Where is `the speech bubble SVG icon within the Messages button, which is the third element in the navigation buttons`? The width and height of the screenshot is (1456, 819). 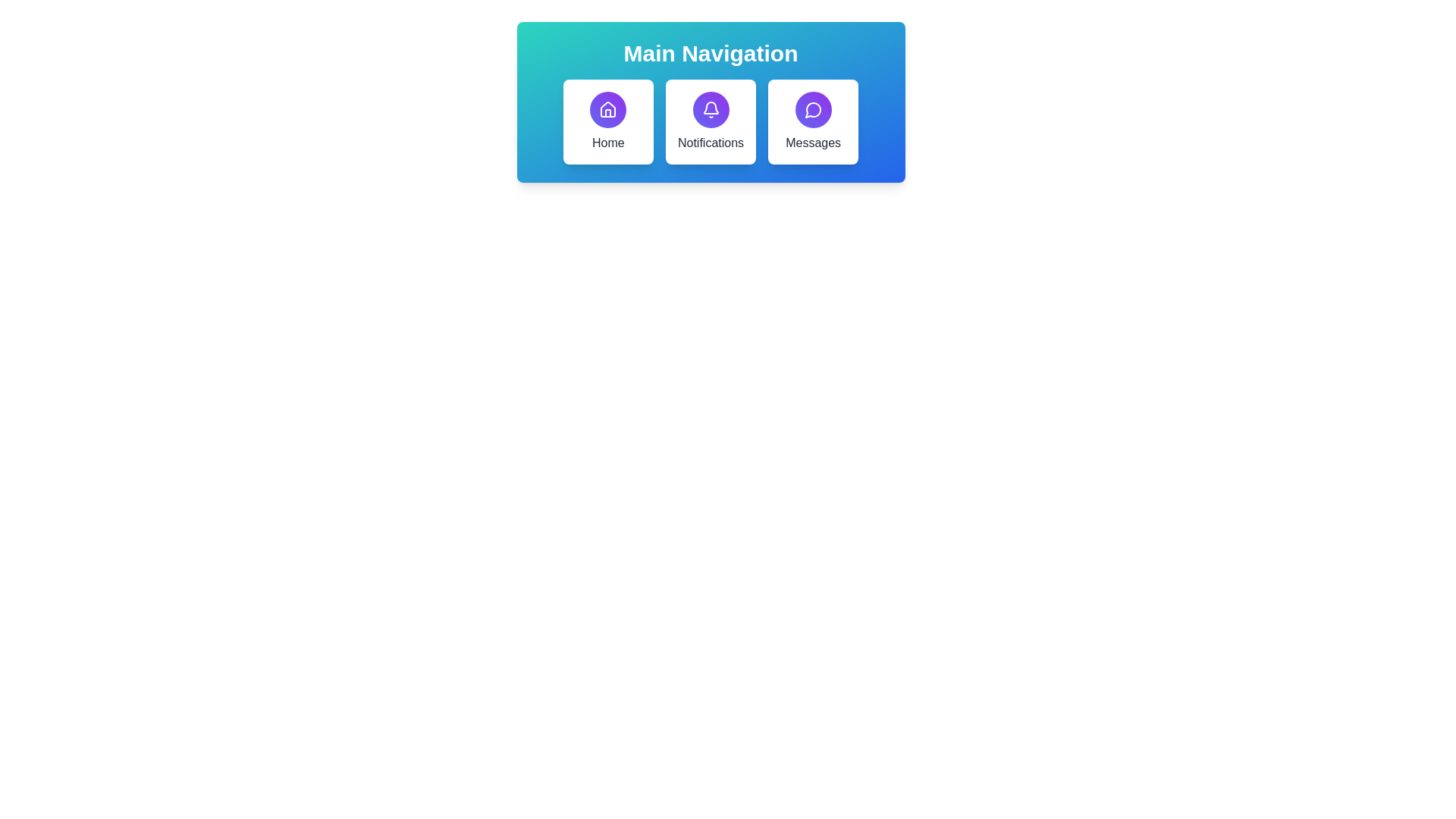
the speech bubble SVG icon within the Messages button, which is the third element in the navigation buttons is located at coordinates (812, 109).